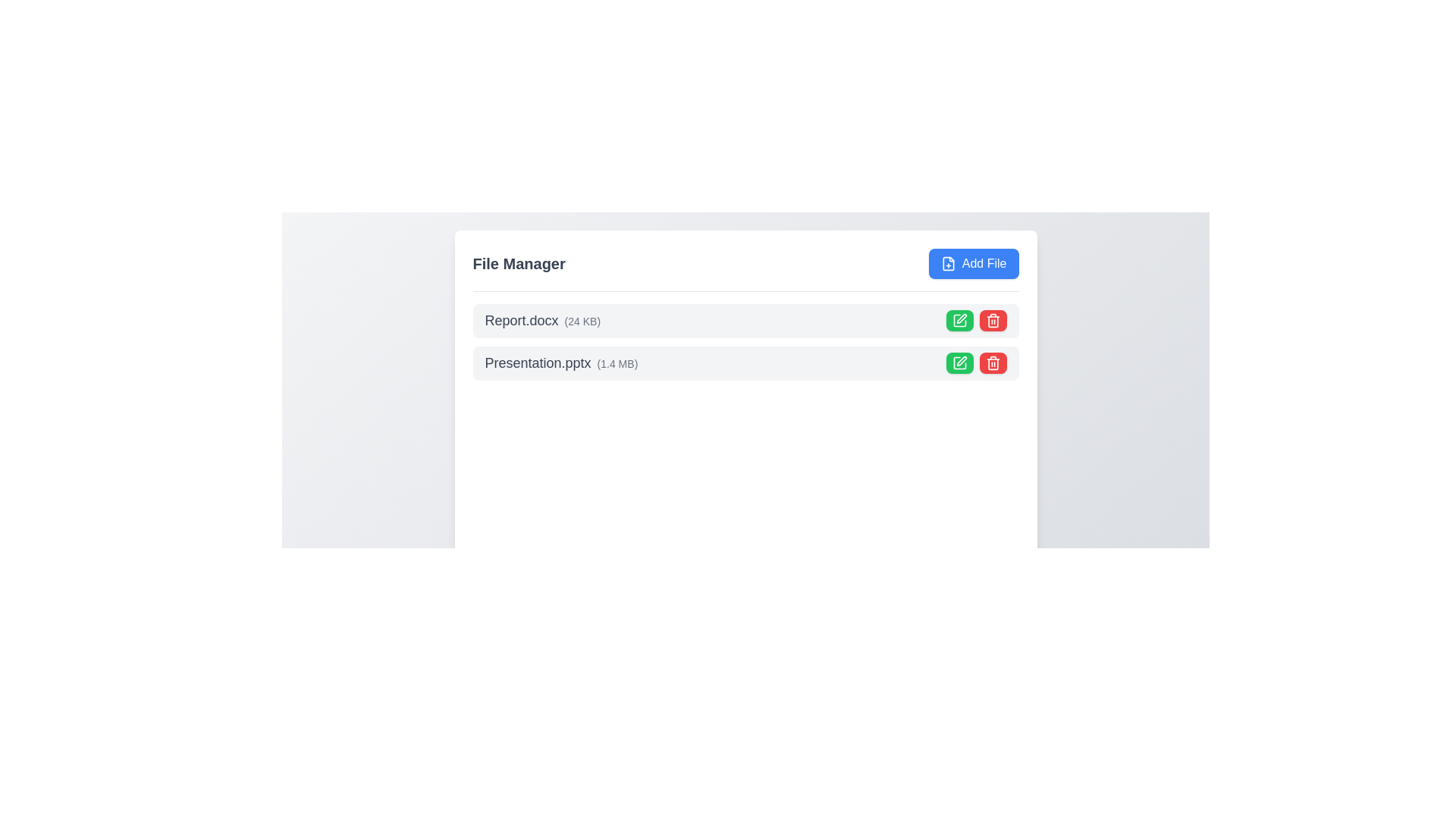 This screenshot has height=819, width=1456. What do you see at coordinates (521, 320) in the screenshot?
I see `the static text label that acts as the title or name of a file, located in the first row of a list, to the left of '(24 KB)' and above 'Presentation.pptx'` at bounding box center [521, 320].